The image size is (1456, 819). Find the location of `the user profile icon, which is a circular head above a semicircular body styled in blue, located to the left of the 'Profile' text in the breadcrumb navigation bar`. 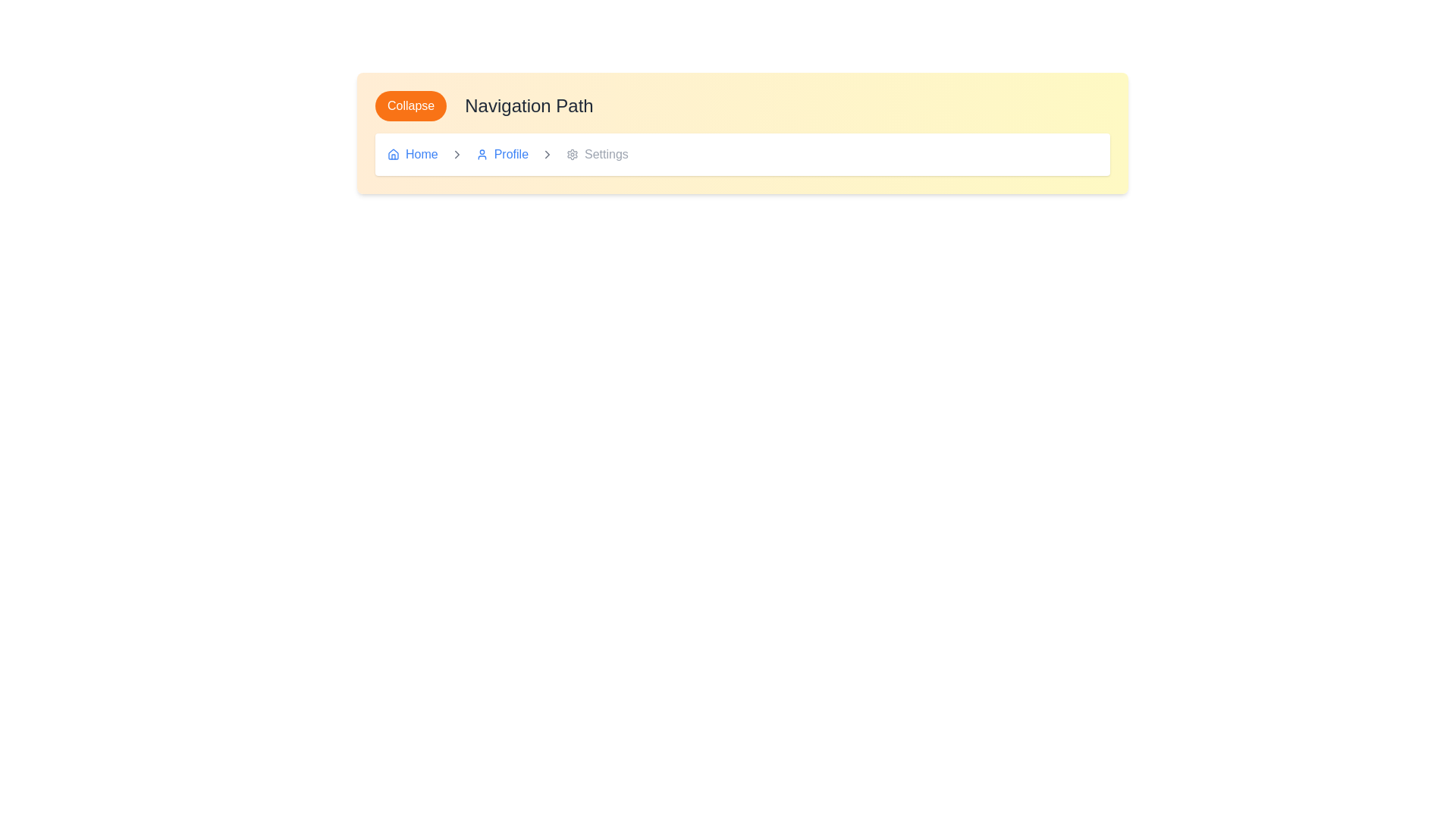

the user profile icon, which is a circular head above a semicircular body styled in blue, located to the left of the 'Profile' text in the breadcrumb navigation bar is located at coordinates (481, 155).